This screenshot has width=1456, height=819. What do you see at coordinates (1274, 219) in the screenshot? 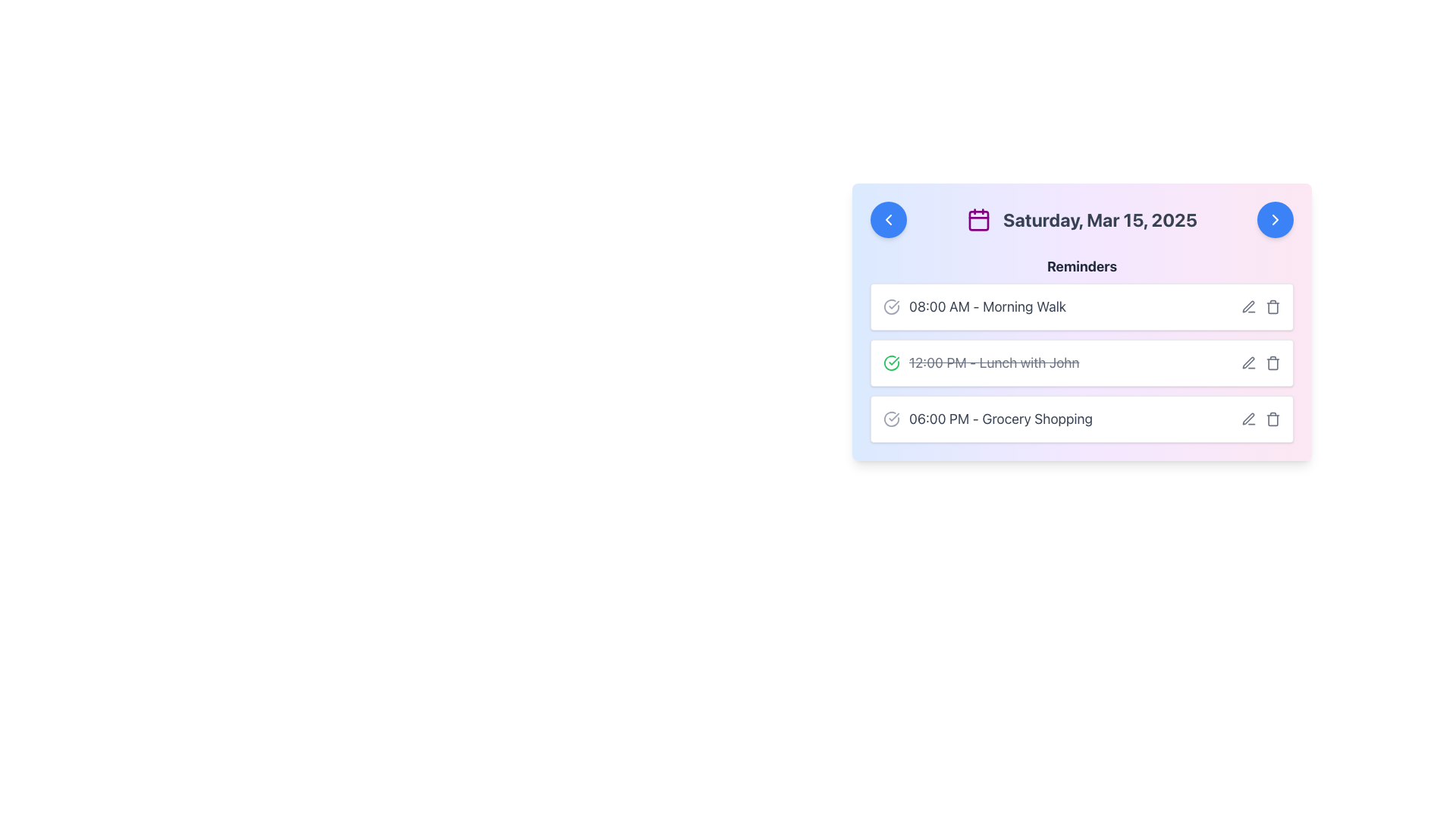
I see `the right-pointing chevron icon, which is located at the top-right corner of the calendar interface within a blue circular button` at bounding box center [1274, 219].